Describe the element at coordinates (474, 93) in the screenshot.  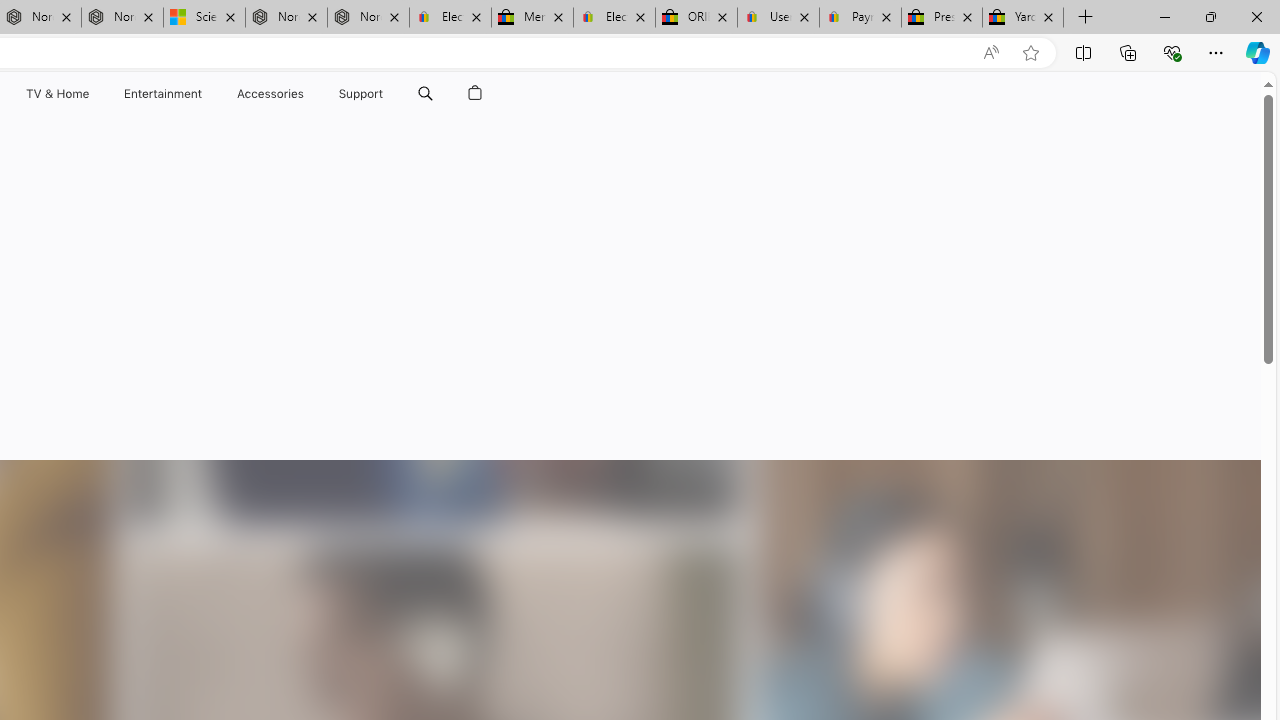
I see `'AutomationID: globalnav-bag'` at that location.